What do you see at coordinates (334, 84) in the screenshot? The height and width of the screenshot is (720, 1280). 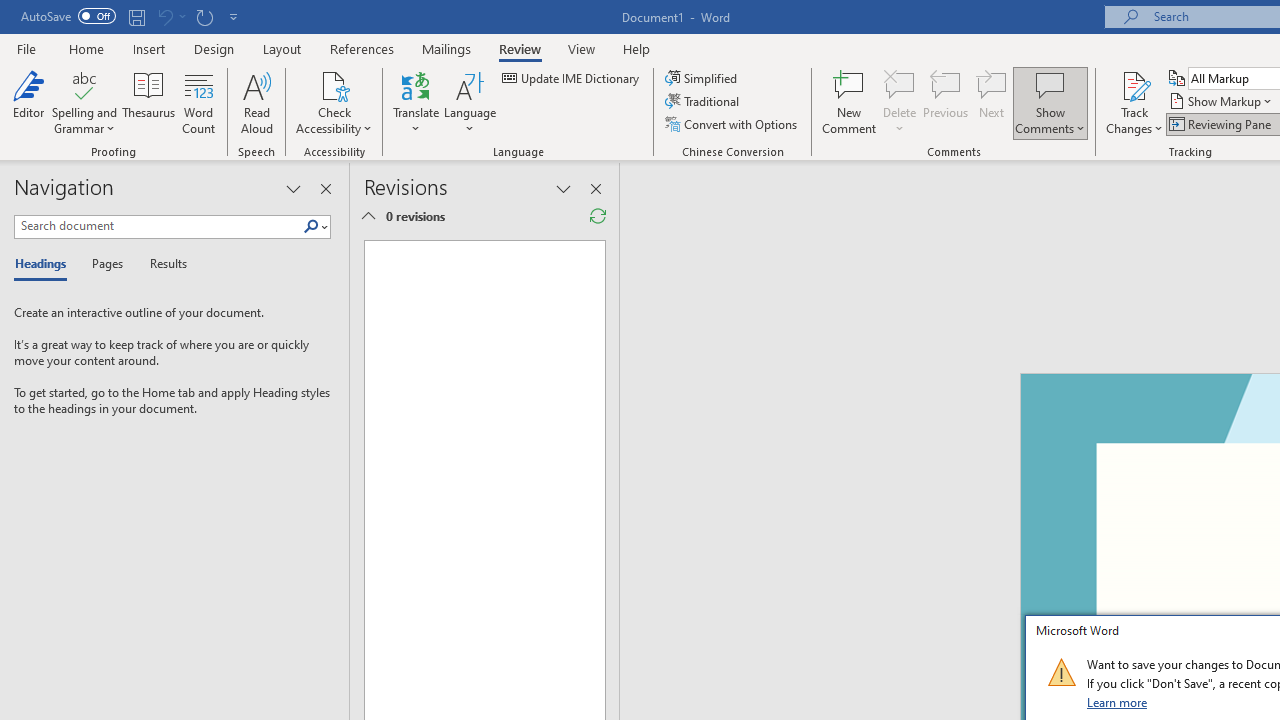 I see `'Check Accessibility'` at bounding box center [334, 84].